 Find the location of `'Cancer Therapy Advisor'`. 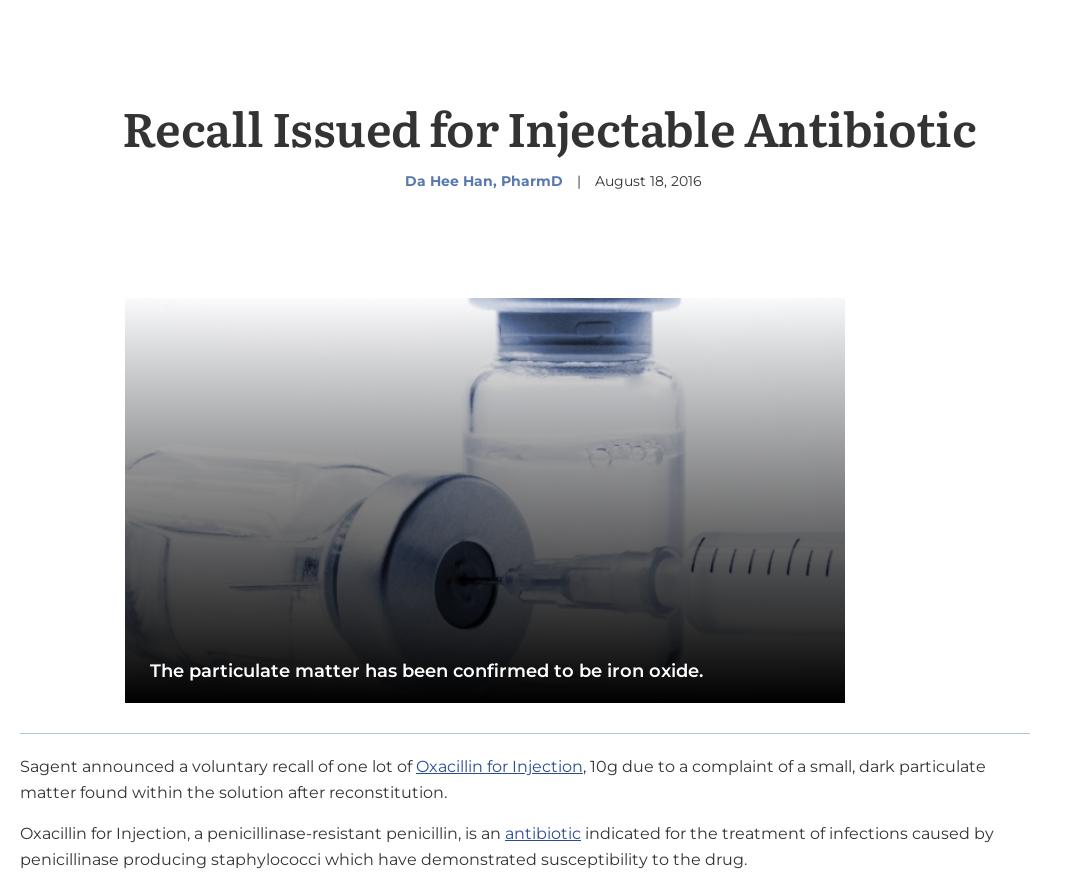

'Cancer Therapy Advisor' is located at coordinates (720, 855).